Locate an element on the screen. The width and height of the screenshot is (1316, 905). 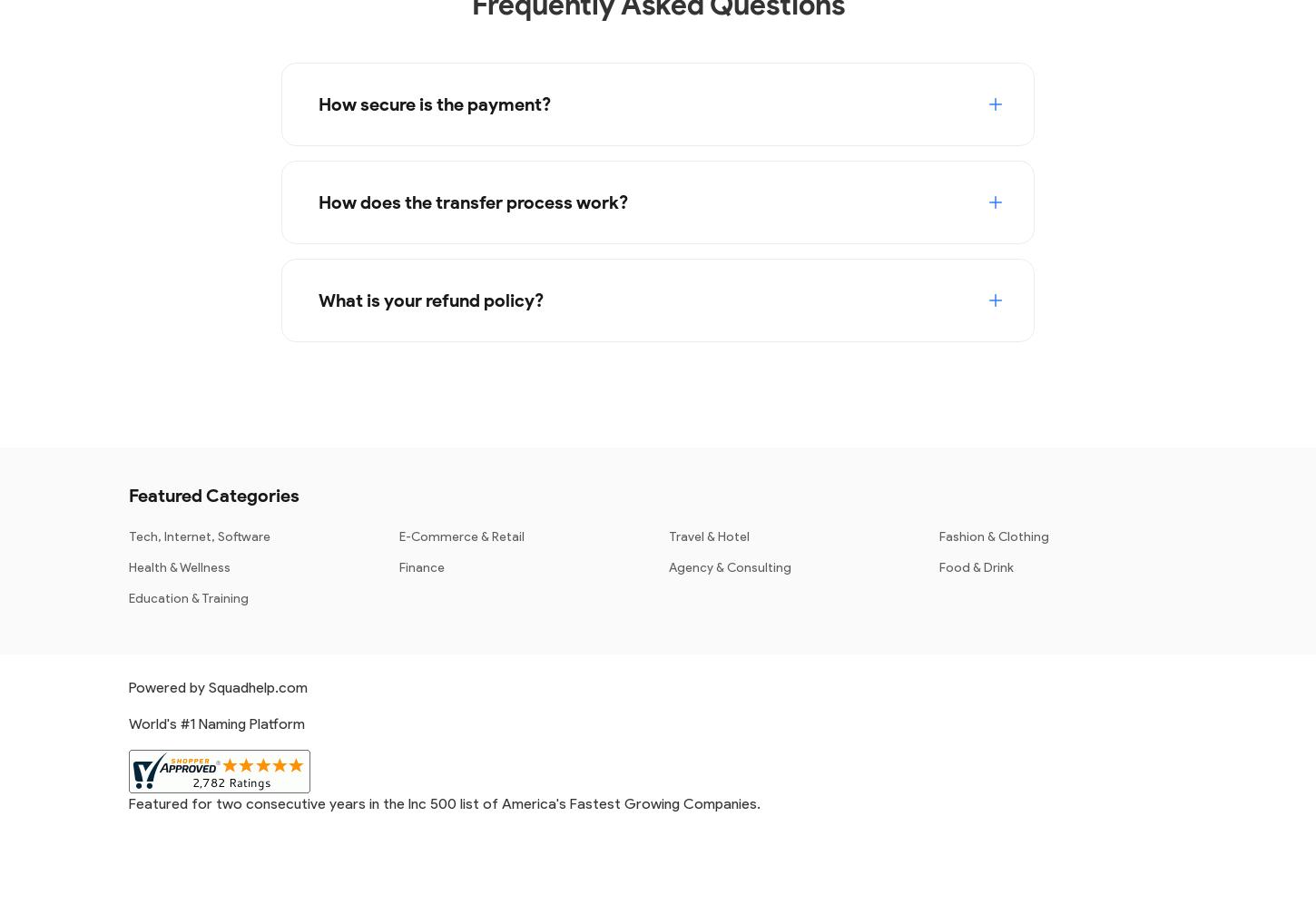
'What is your refund policy?' is located at coordinates (430, 299).